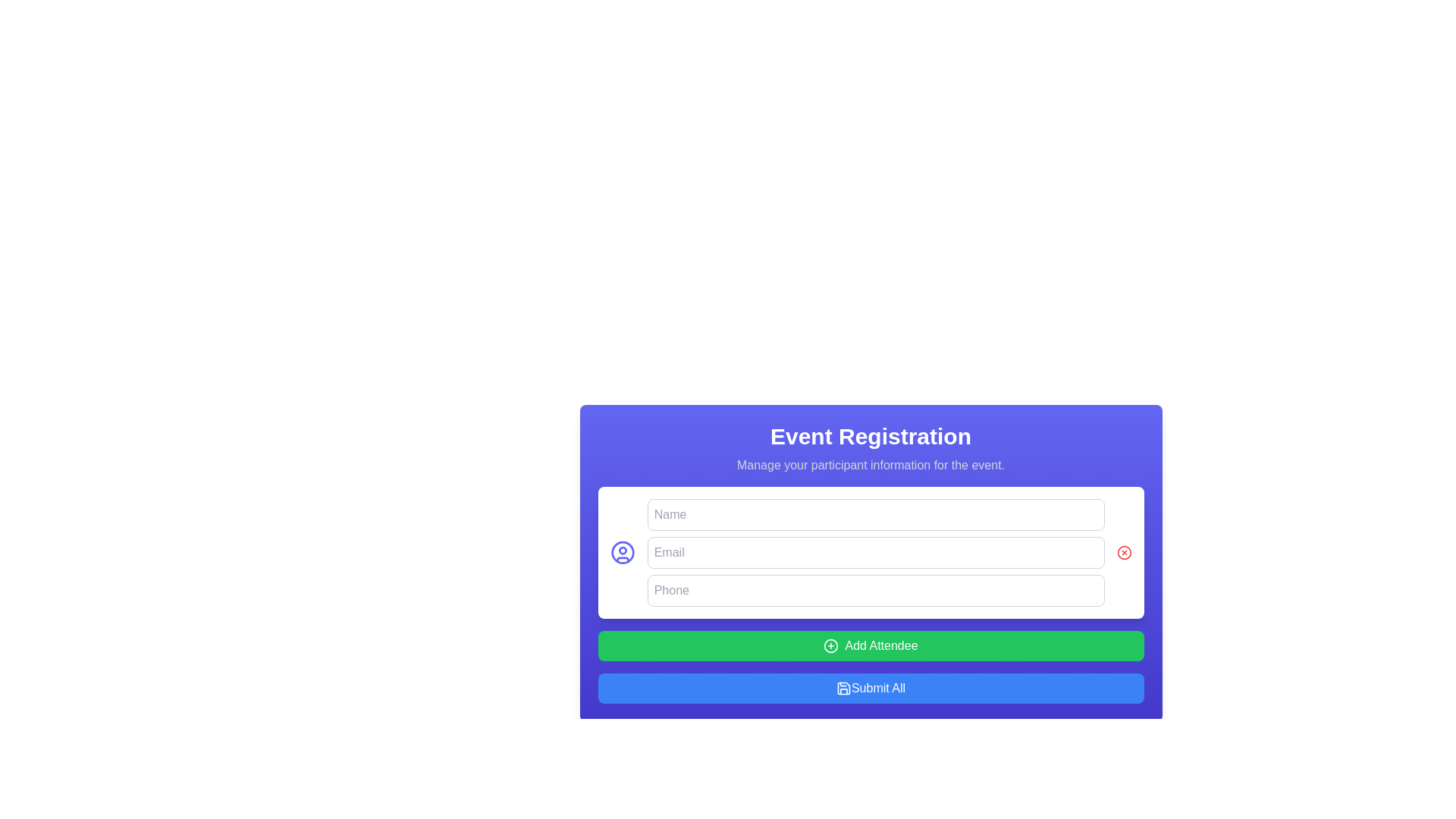  Describe the element at coordinates (871, 688) in the screenshot. I see `the rectangular 'Submit All' button with a blue background and white text` at that location.